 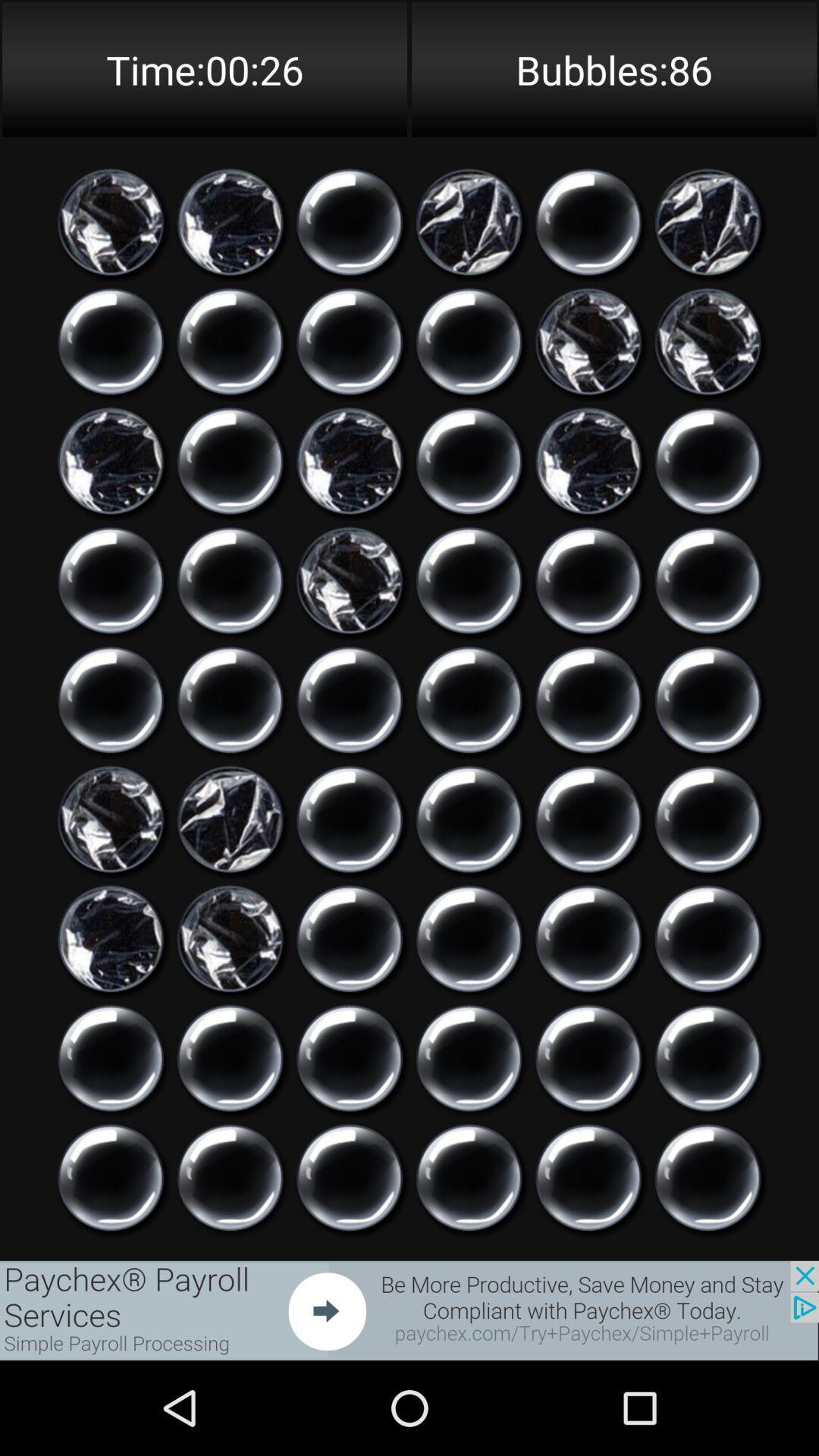 What do you see at coordinates (468, 221) in the screenshot?
I see `popped bubble` at bounding box center [468, 221].